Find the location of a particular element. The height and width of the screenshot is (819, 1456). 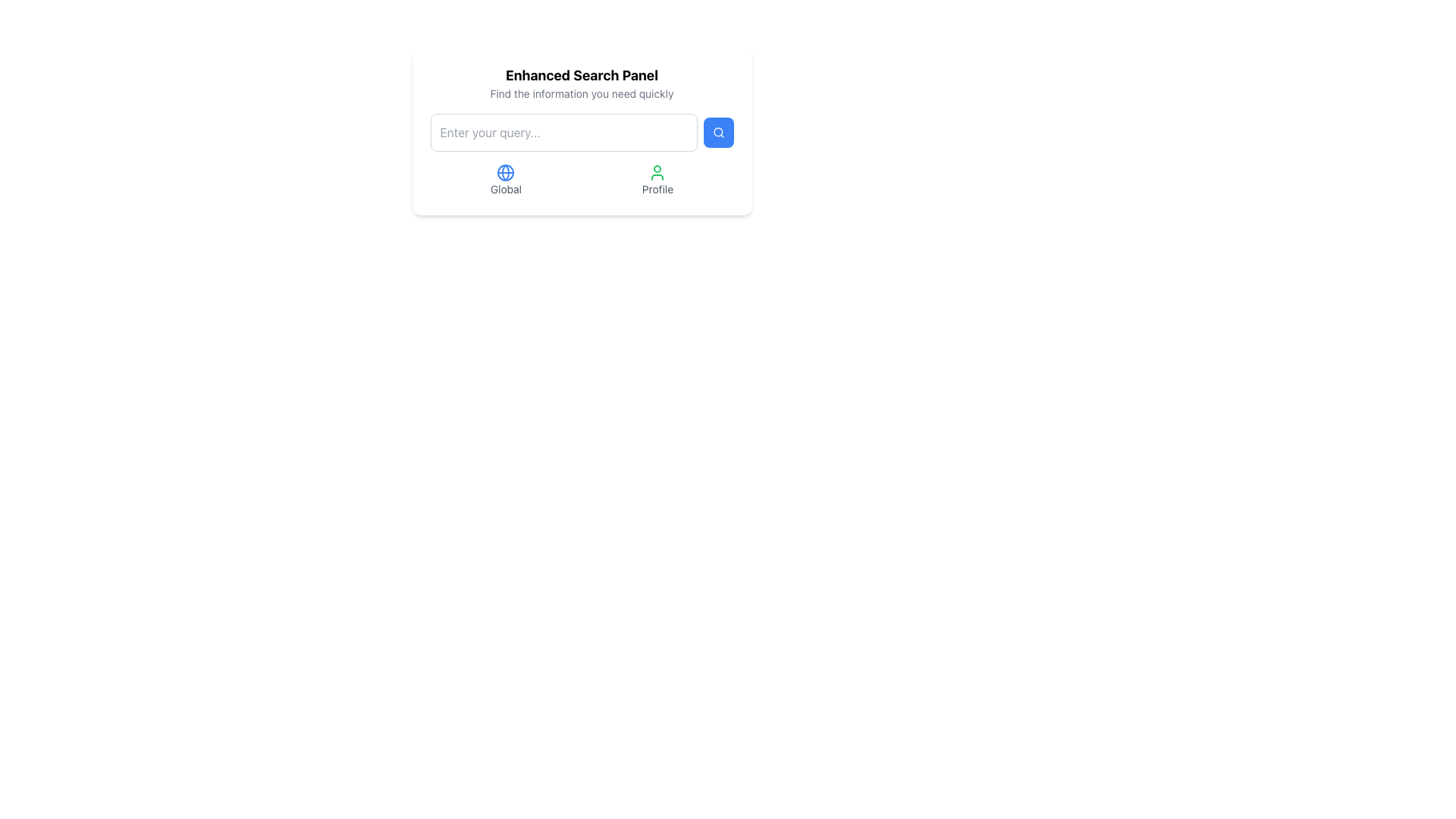

the text label displaying the word 'Global', which is styled in a small font and light gray color, located beneath a blue globe icon is located at coordinates (506, 189).